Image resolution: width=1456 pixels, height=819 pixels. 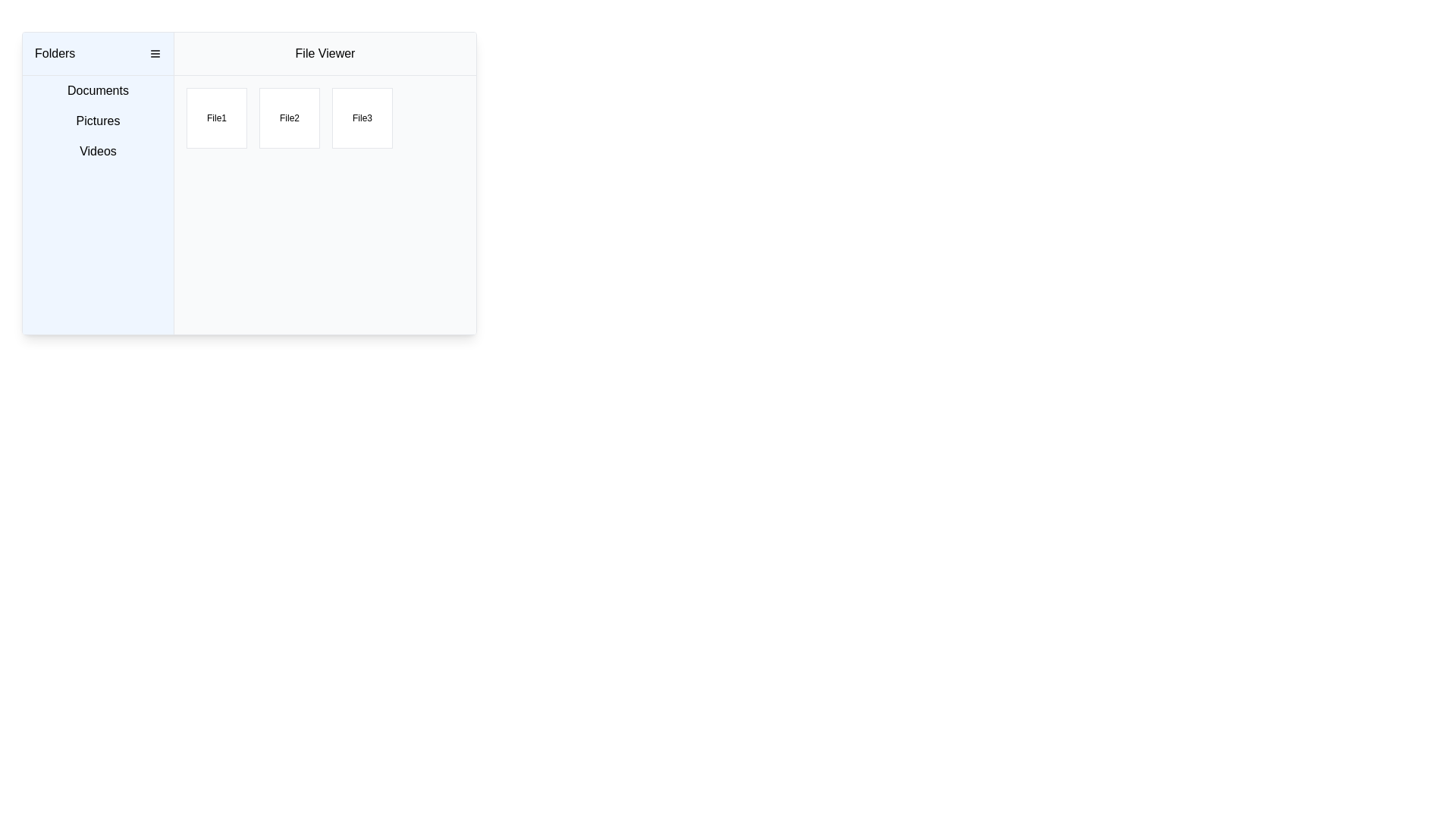 What do you see at coordinates (97, 90) in the screenshot?
I see `the 'Documents' menu item located at the top of the left sidebar labeled 'Folders'` at bounding box center [97, 90].